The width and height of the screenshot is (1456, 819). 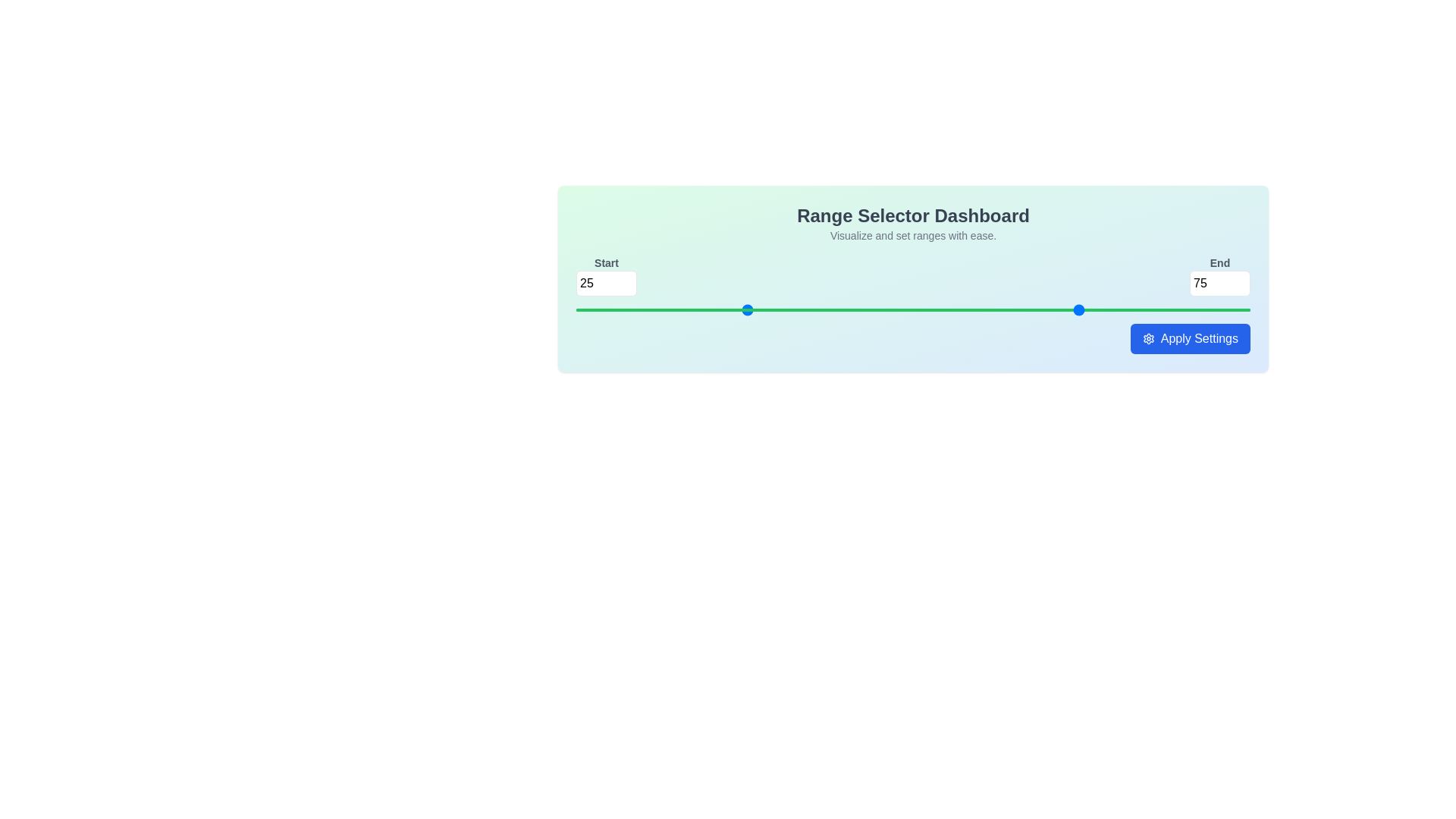 I want to click on the slider, so click(x=825, y=309).